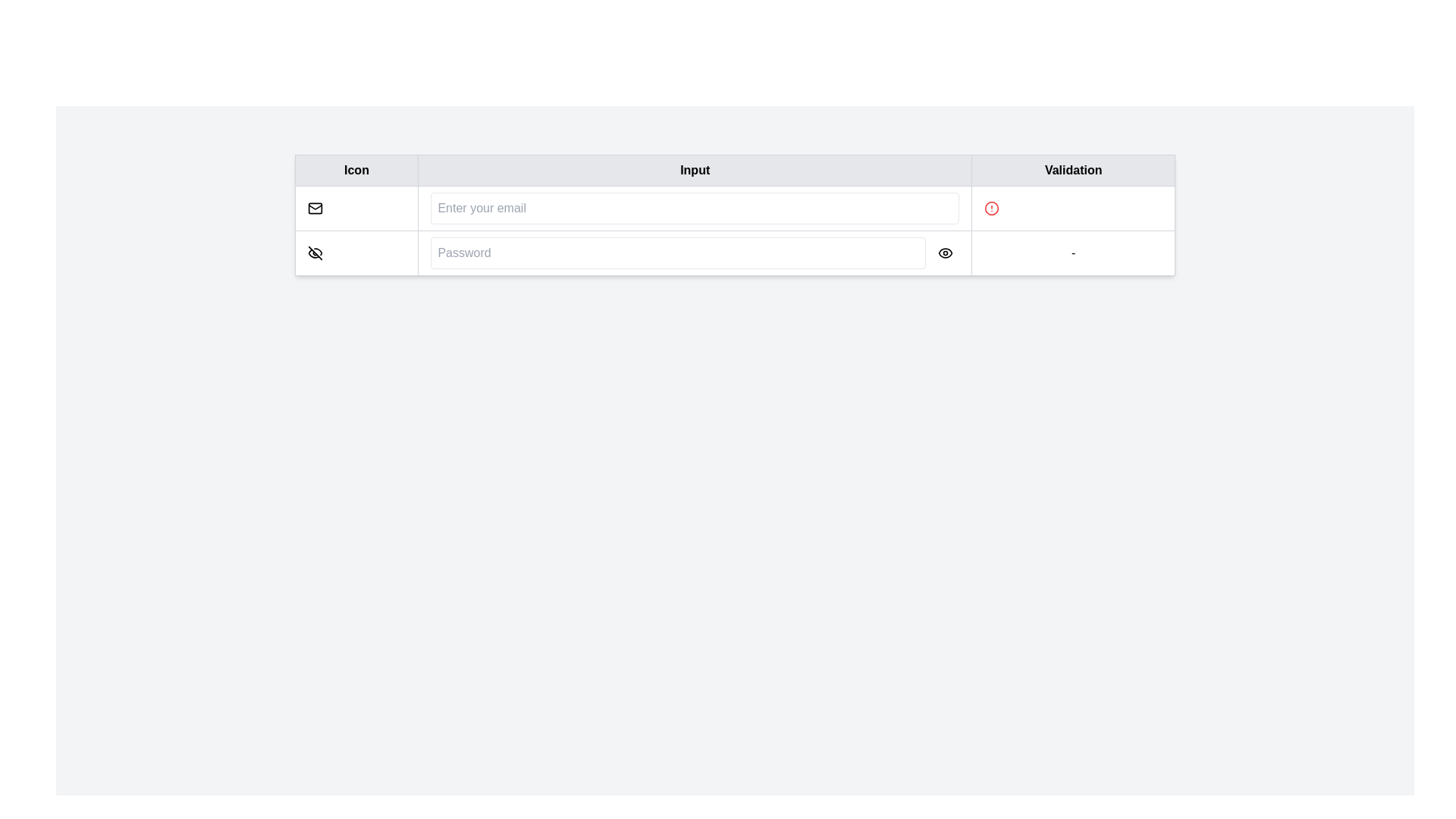  I want to click on the Label element that has a light gray border and contains the text 'Validation' in bold black font, located in the third column of a three-column row, so click(1072, 170).